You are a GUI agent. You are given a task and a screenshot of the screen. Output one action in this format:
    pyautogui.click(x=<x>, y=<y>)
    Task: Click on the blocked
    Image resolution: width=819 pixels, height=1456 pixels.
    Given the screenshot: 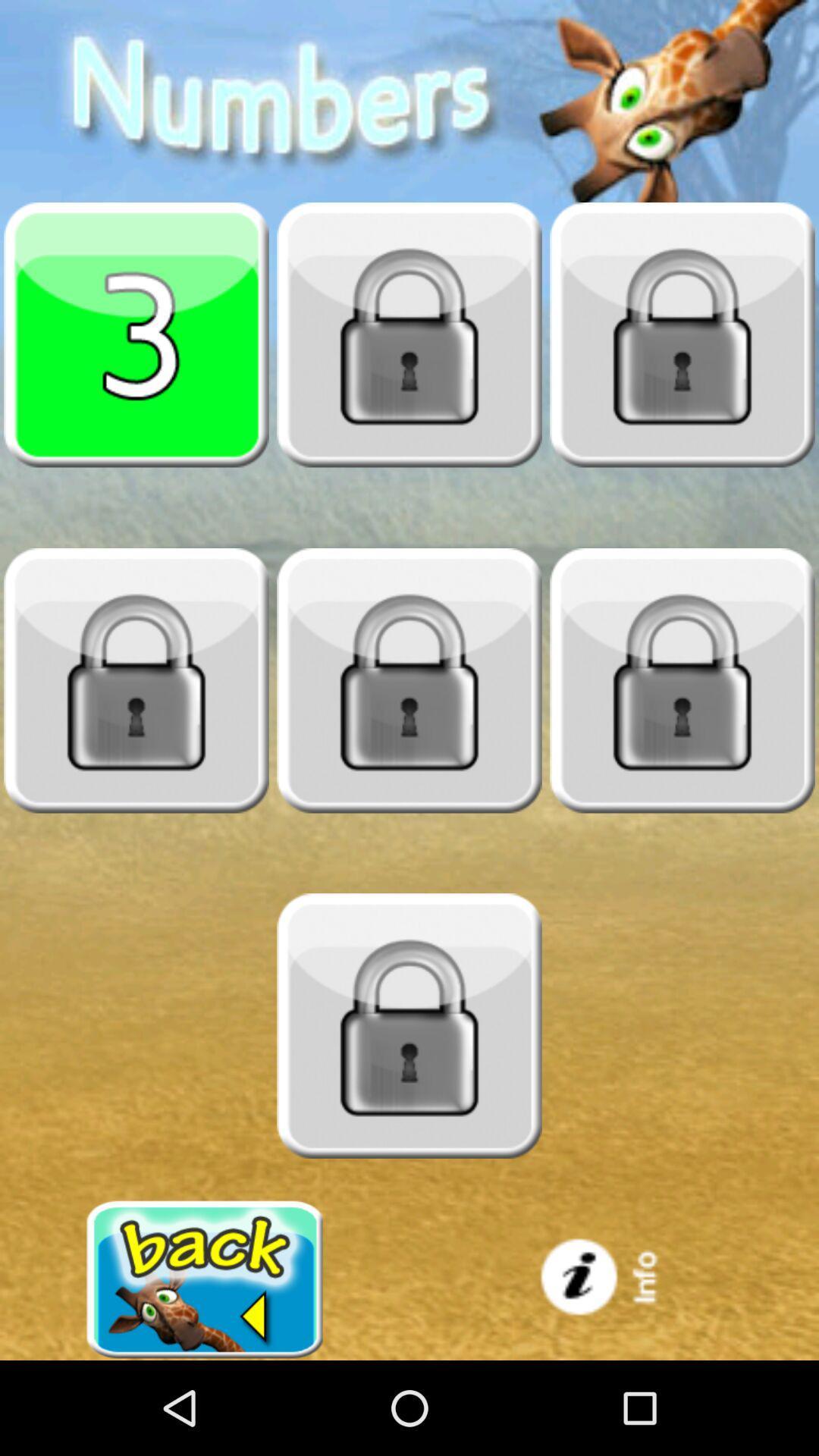 What is the action you would take?
    pyautogui.click(x=681, y=334)
    